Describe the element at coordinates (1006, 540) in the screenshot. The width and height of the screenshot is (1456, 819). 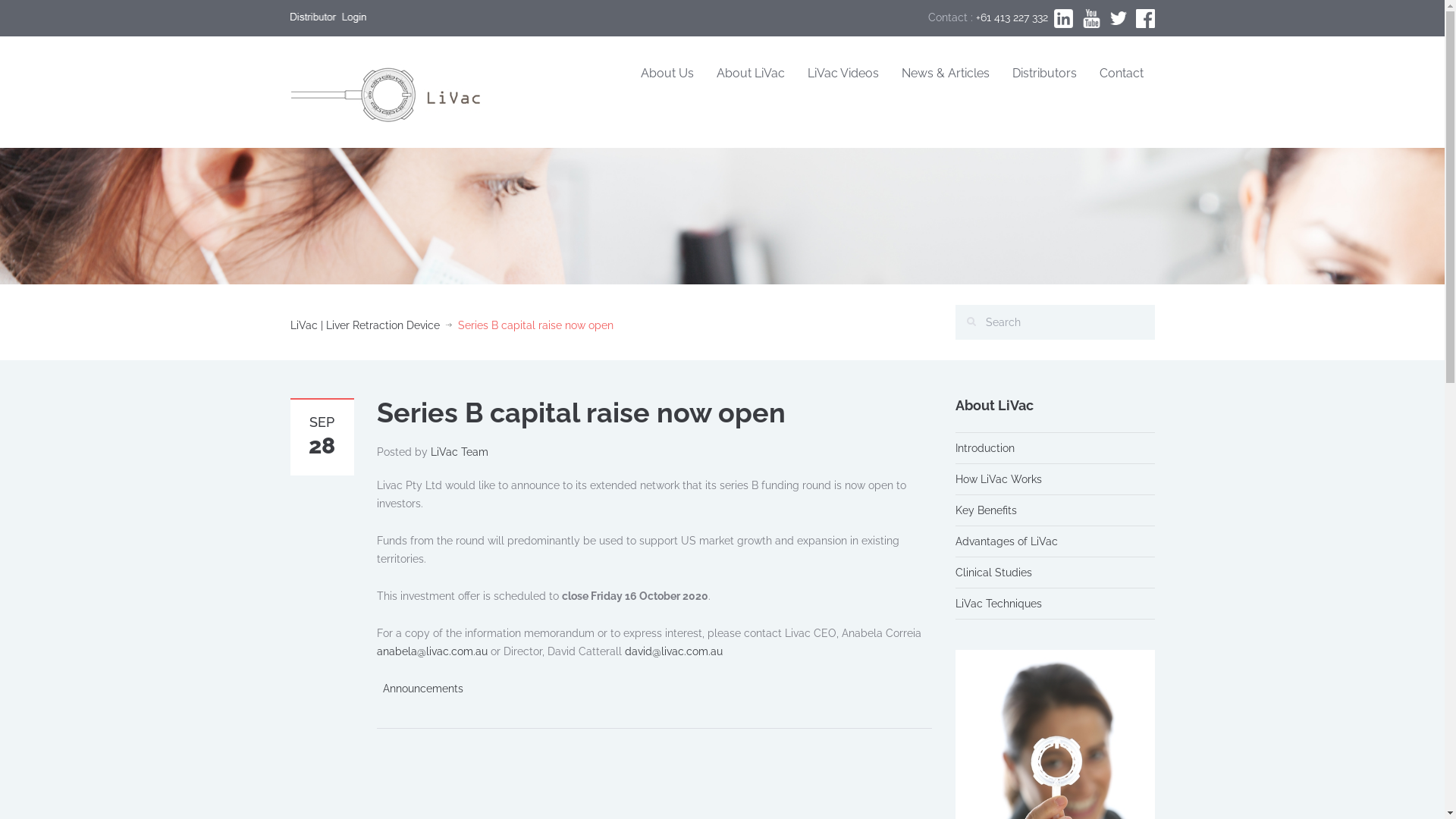
I see `'Advantages of LiVac'` at that location.